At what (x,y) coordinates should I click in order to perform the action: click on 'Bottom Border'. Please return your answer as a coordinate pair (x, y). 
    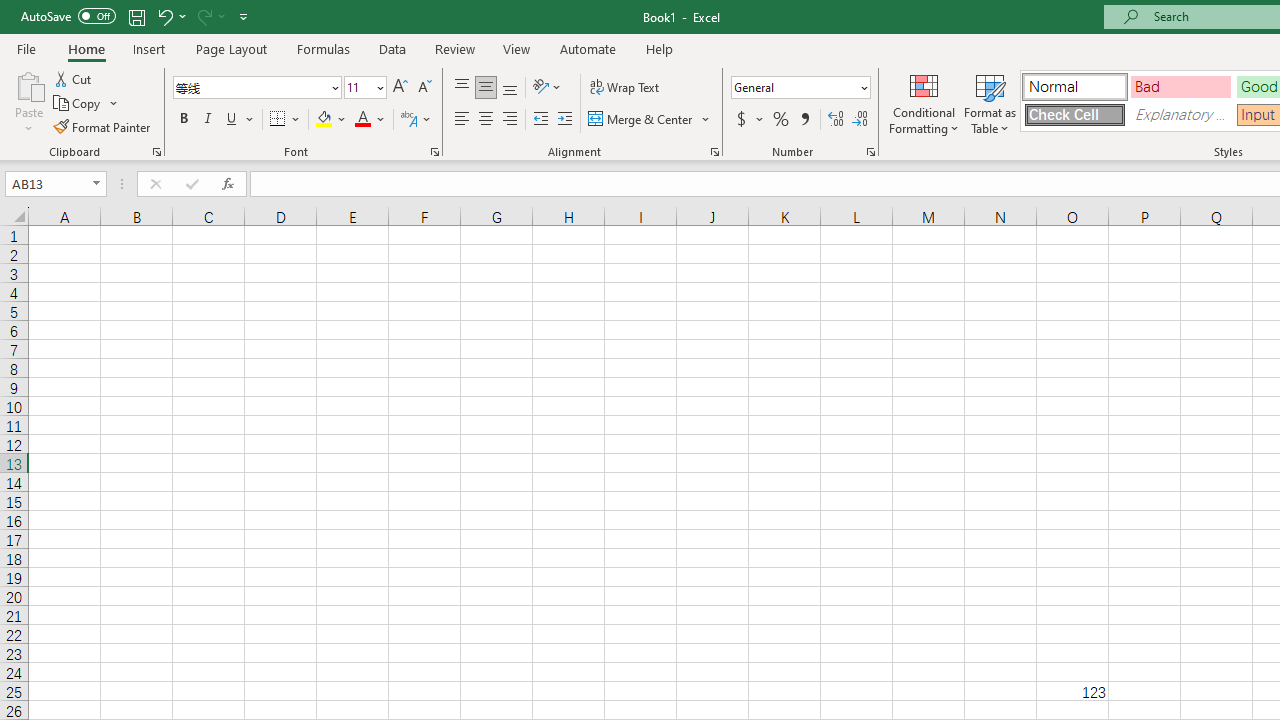
    Looking at the image, I should click on (277, 119).